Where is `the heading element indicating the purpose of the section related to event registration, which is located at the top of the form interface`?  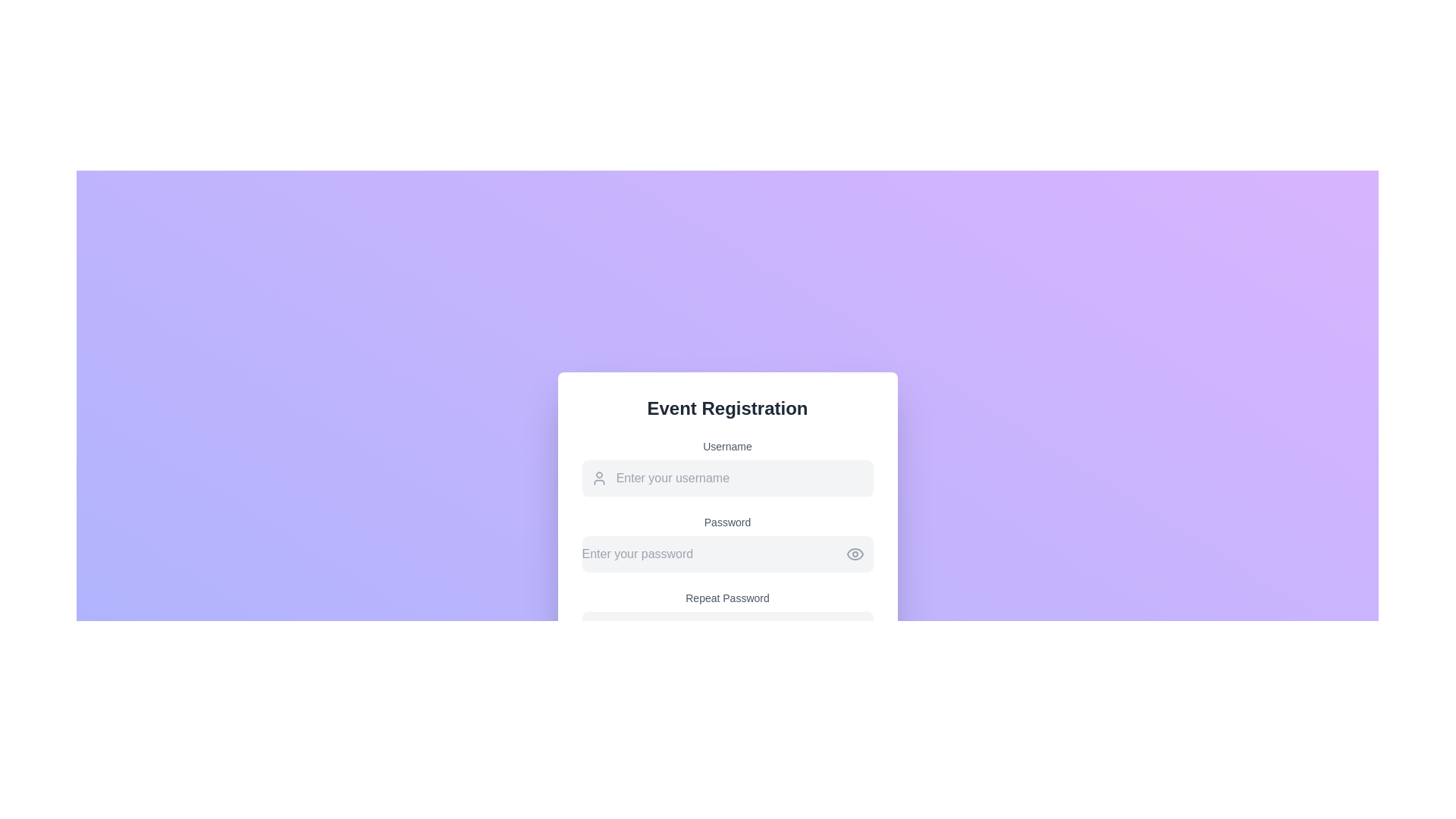
the heading element indicating the purpose of the section related to event registration, which is located at the top of the form interface is located at coordinates (726, 408).